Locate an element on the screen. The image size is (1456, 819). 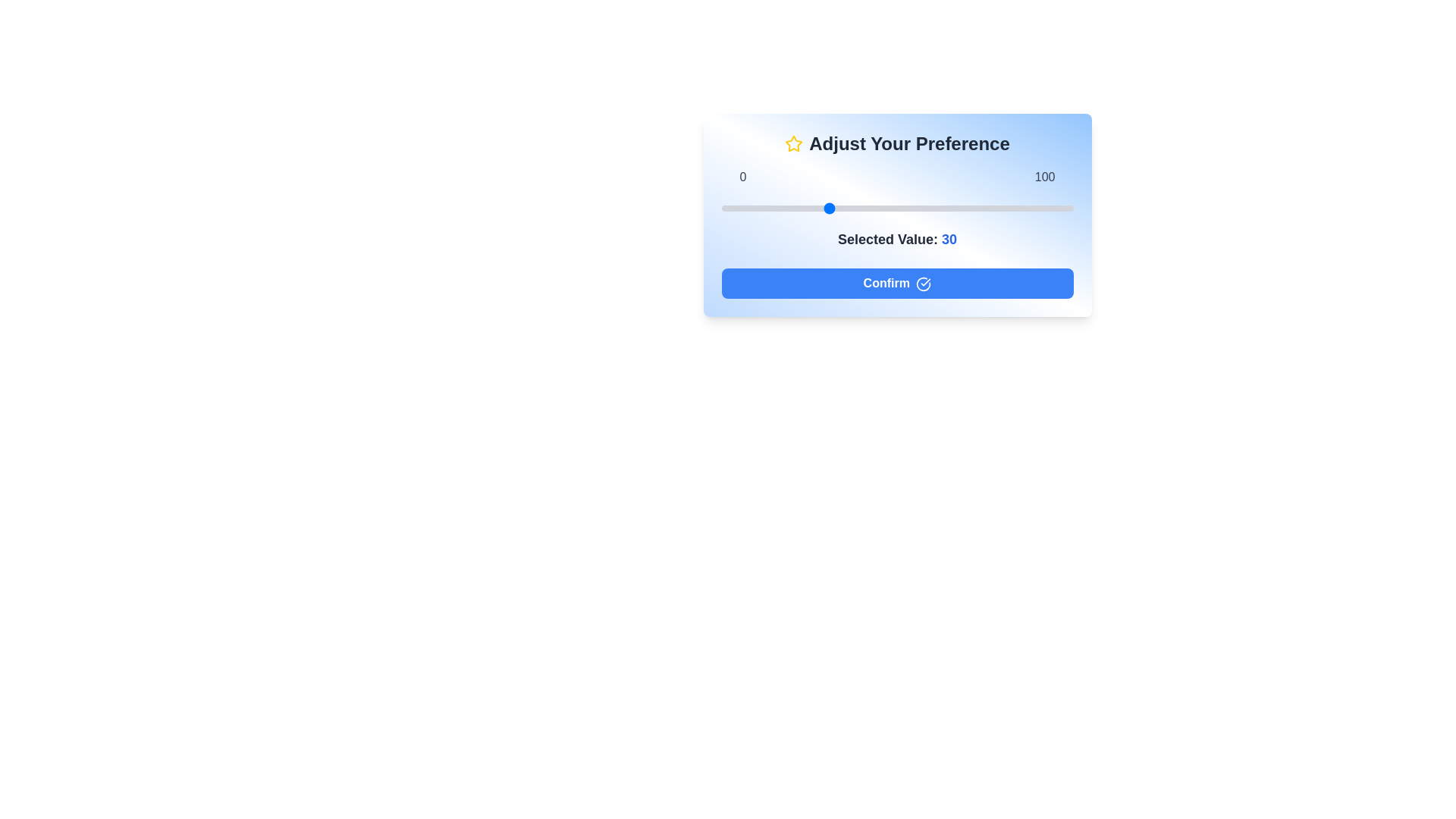
the star icon to interact with it is located at coordinates (792, 143).